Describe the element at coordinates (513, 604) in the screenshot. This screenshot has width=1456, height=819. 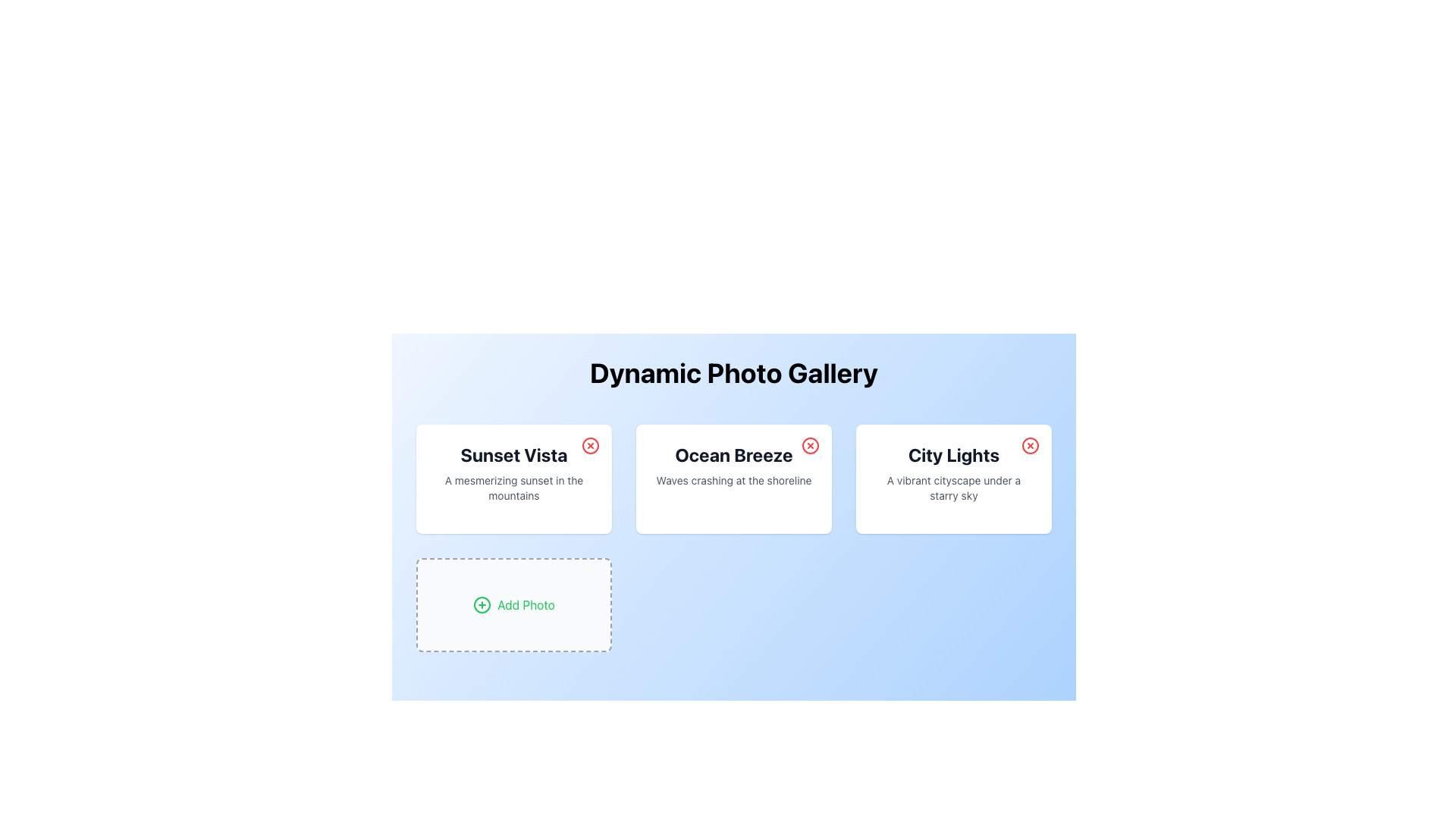
I see `the 'Add Photo' button located in the bottom-left of the gallery layout, which has a gray background, a green plus icon, and the text 'Add Photo' in green` at that location.